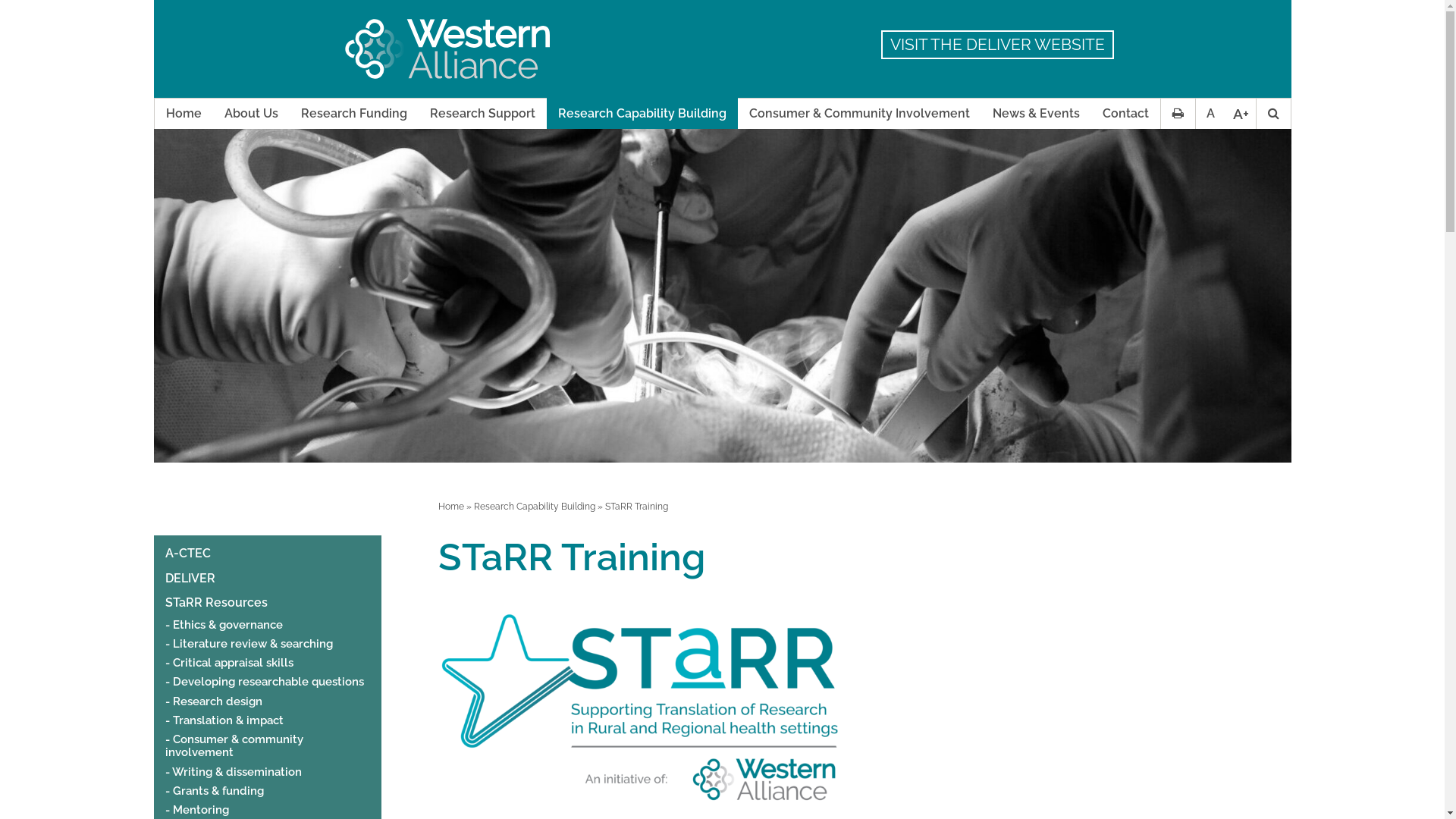  I want to click on 'Writing & dissemination', so click(165, 772).